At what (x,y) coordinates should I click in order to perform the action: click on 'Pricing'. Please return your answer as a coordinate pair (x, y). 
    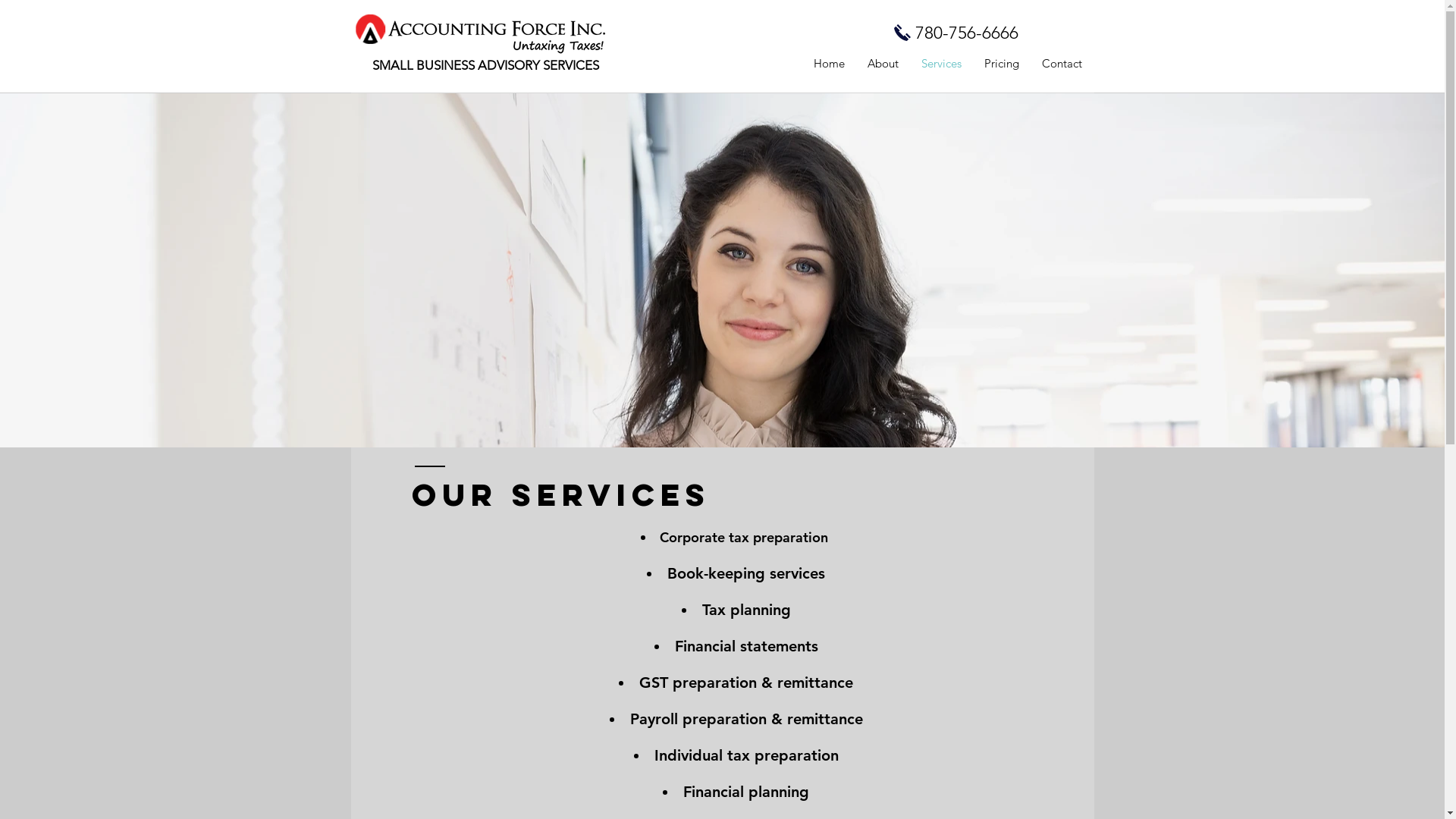
    Looking at the image, I should click on (1001, 63).